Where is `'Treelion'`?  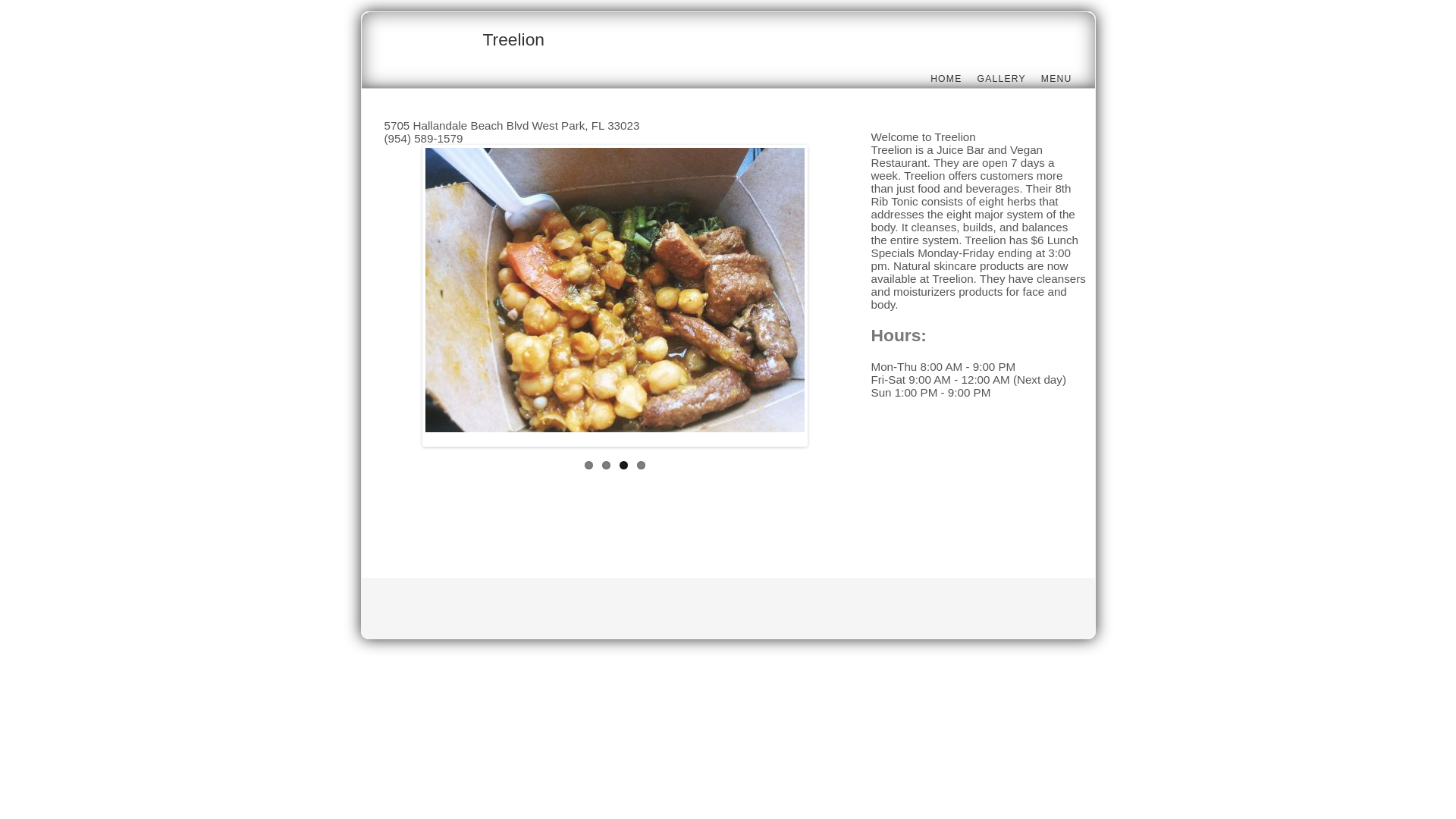
'Treelion' is located at coordinates (513, 38).